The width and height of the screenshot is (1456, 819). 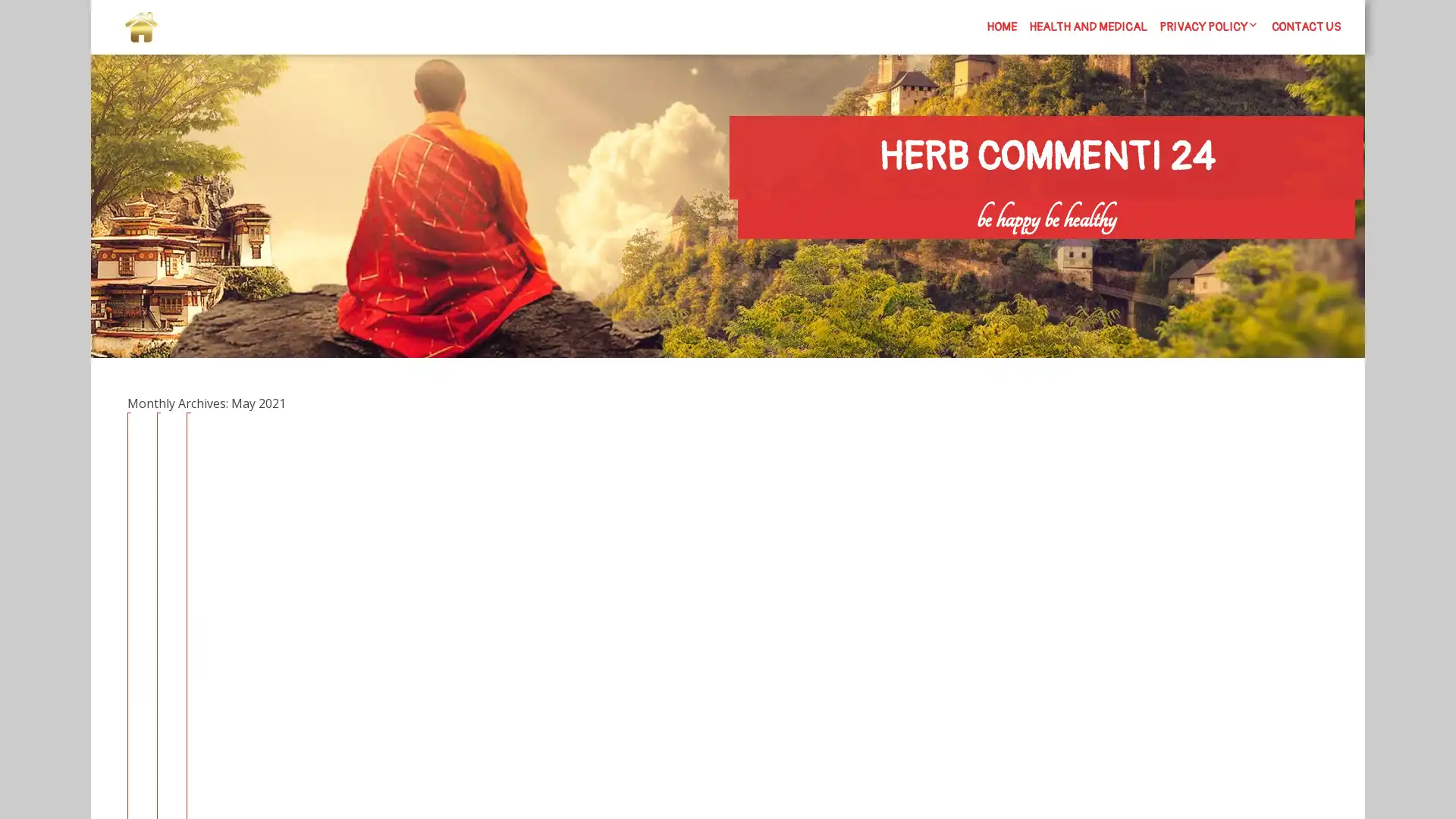 What do you see at coordinates (1181, 248) in the screenshot?
I see `Search` at bounding box center [1181, 248].